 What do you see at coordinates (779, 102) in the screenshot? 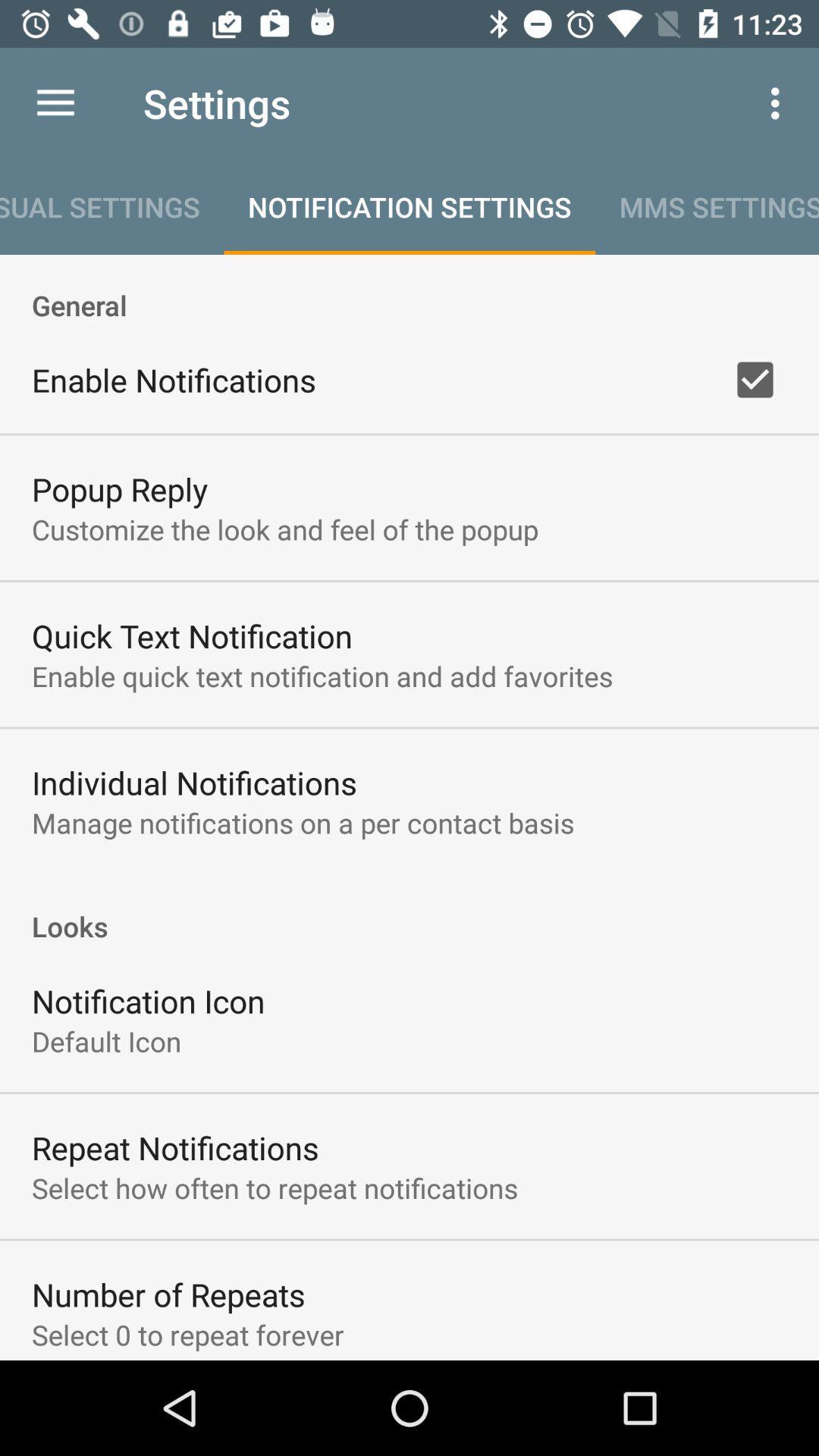
I see `the item to the right of settings icon` at bounding box center [779, 102].